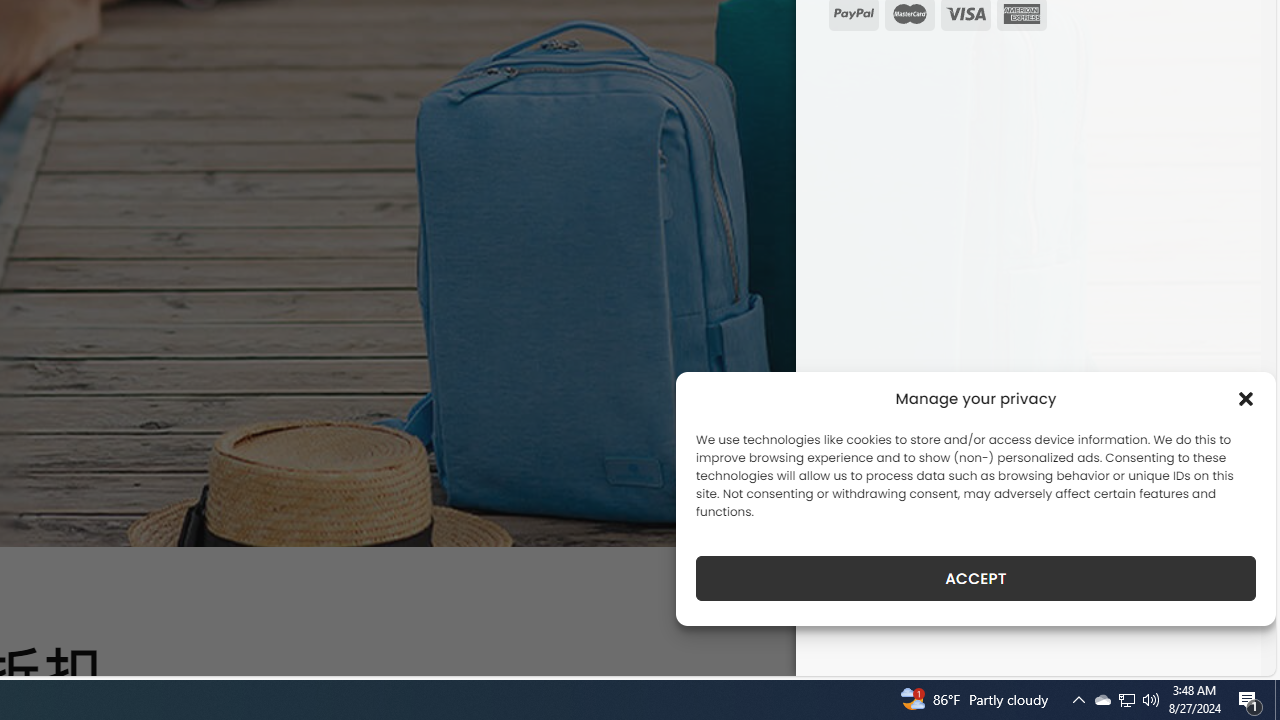 The width and height of the screenshot is (1280, 720). I want to click on 'ACCEPT', so click(976, 578).